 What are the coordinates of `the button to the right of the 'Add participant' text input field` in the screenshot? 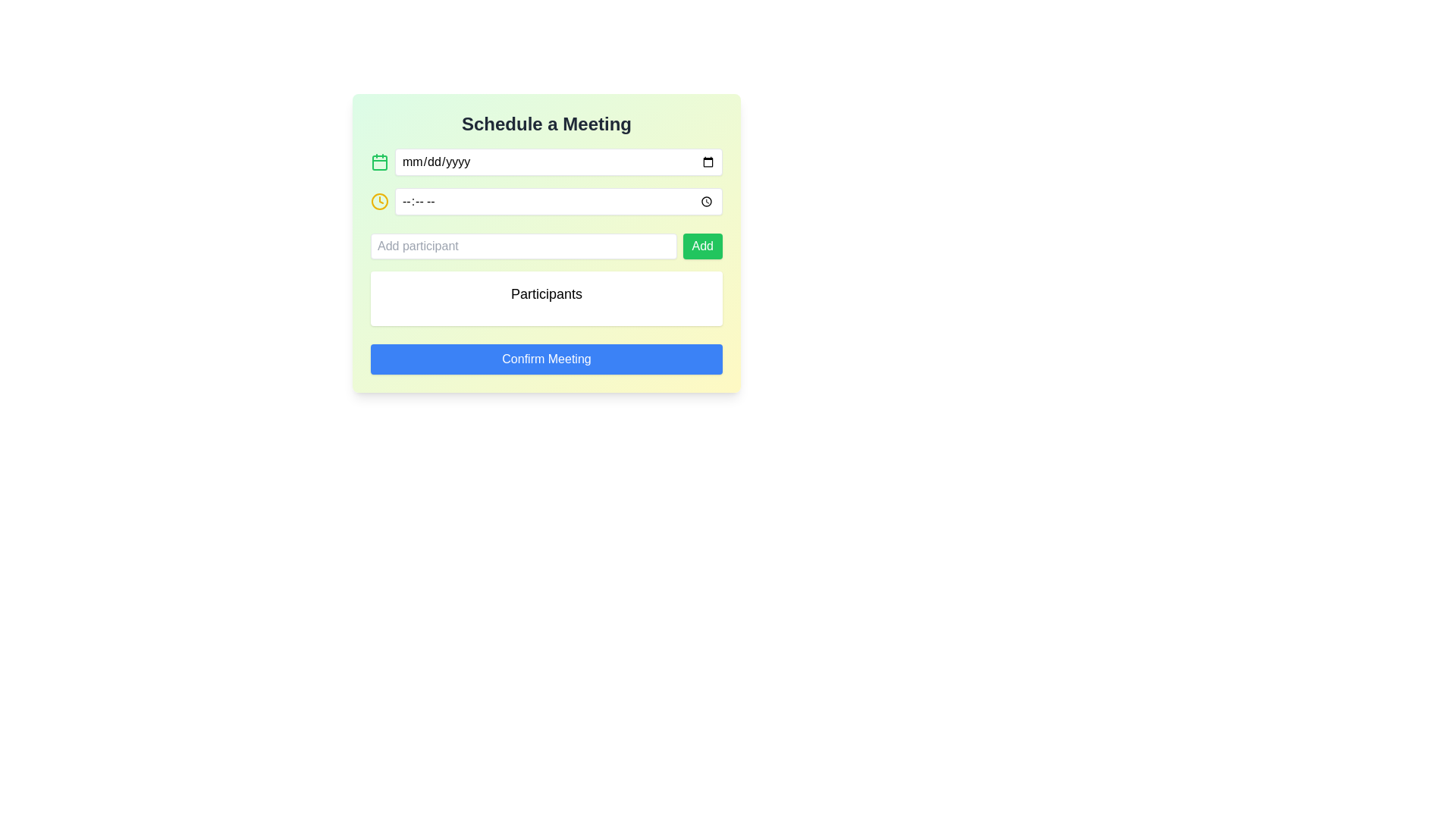 It's located at (701, 245).